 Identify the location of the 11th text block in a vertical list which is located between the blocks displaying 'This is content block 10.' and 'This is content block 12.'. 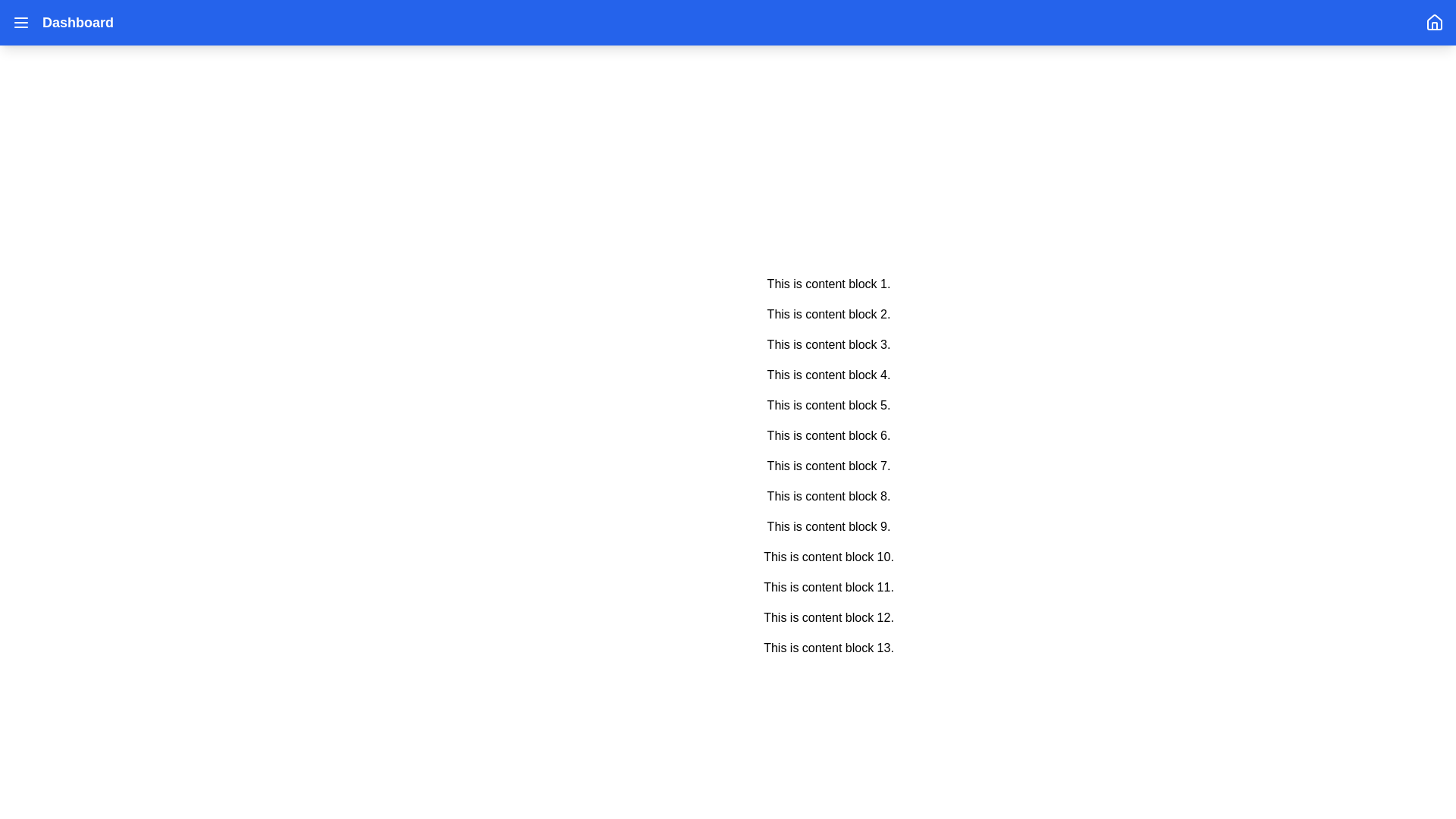
(828, 587).